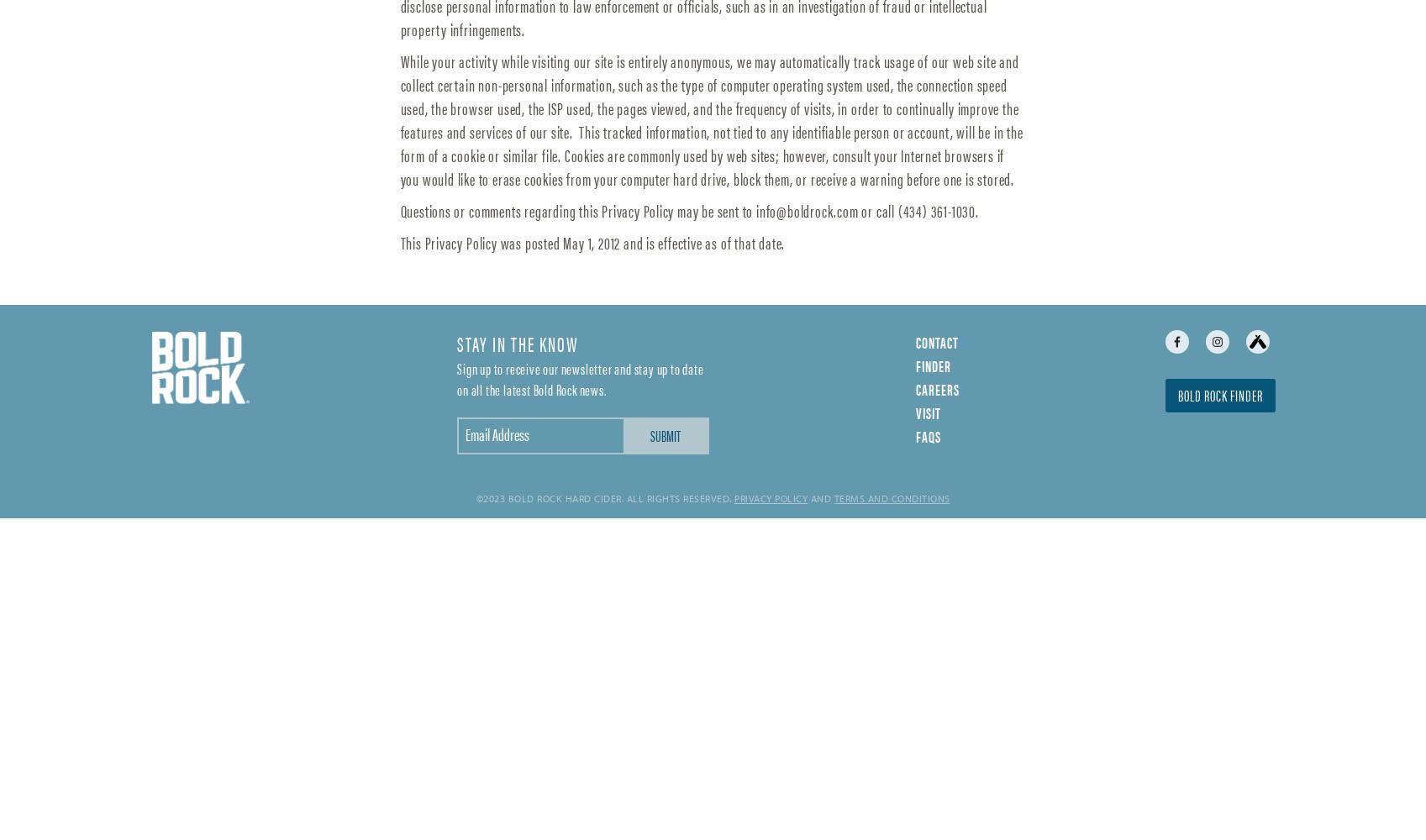 The height and width of the screenshot is (840, 1426). Describe the element at coordinates (688, 208) in the screenshot. I see `'Questions or comments regarding this Privacy Policy may be sent to info@boldrock.com or call (434) 361-1030.'` at that location.